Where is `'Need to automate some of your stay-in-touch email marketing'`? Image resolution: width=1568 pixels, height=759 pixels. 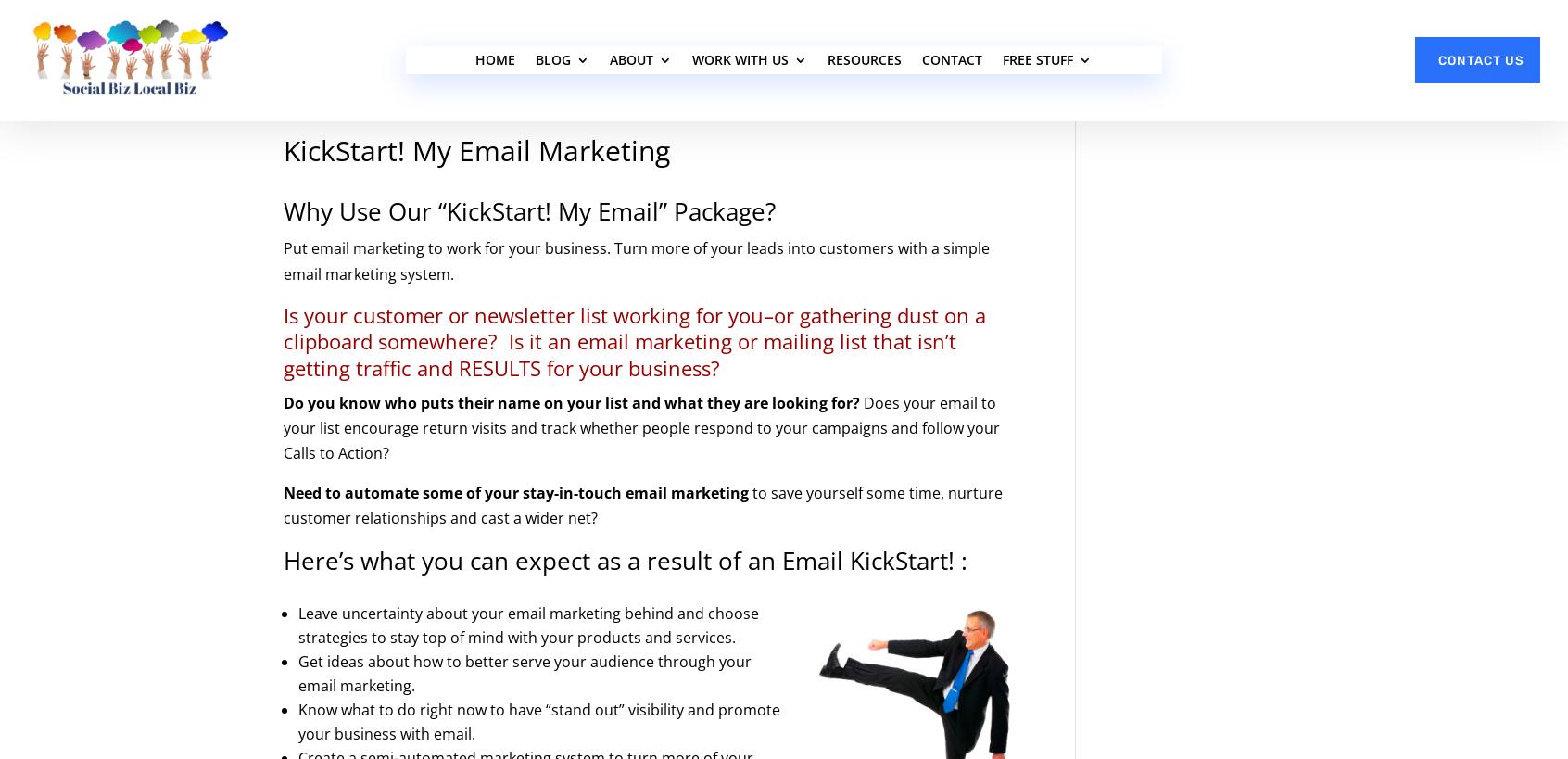
'Need to automate some of your stay-in-touch email marketing' is located at coordinates (516, 493).